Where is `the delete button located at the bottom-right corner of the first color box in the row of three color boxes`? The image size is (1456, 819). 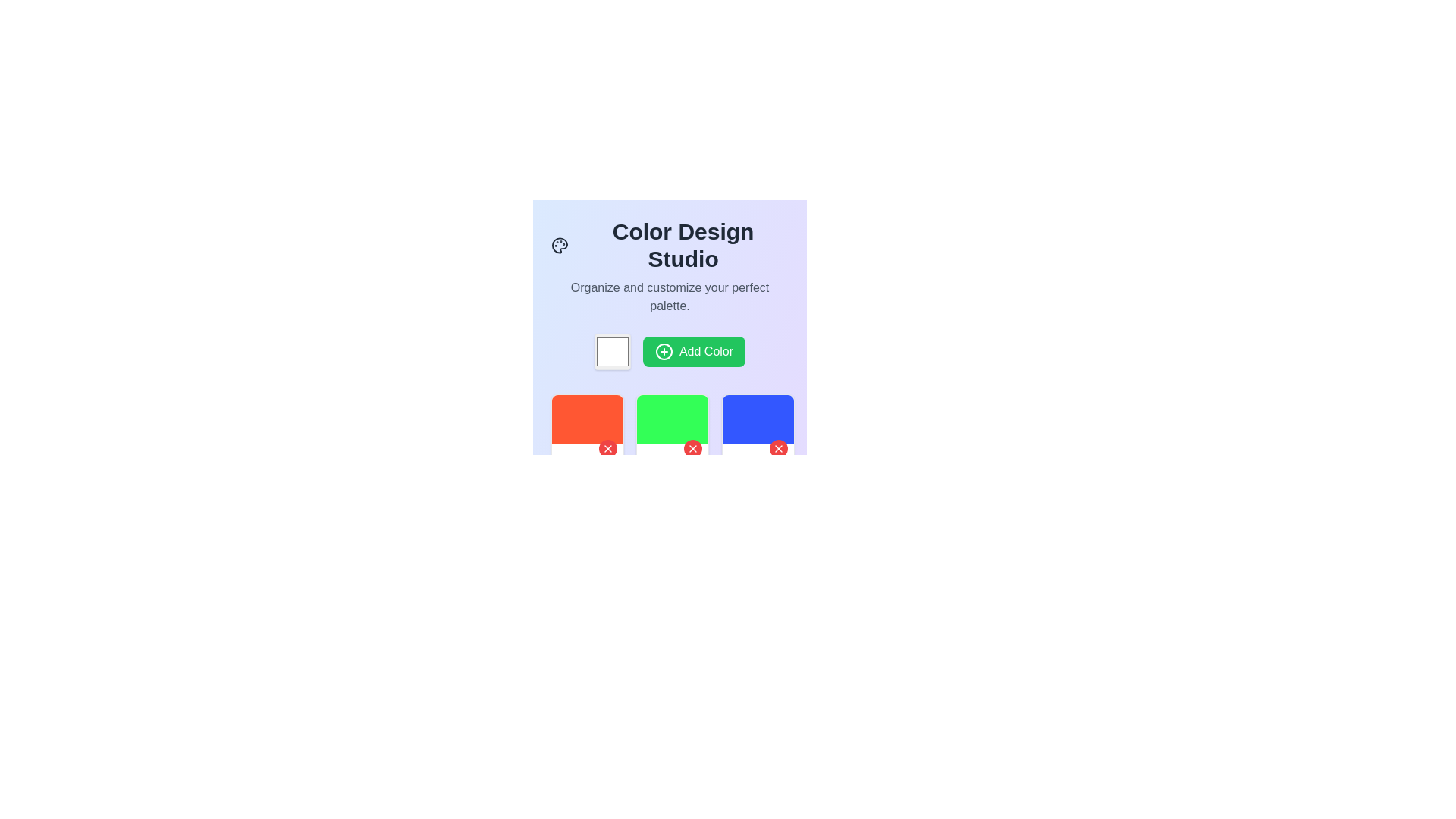
the delete button located at the bottom-right corner of the first color box in the row of three color boxes is located at coordinates (607, 449).